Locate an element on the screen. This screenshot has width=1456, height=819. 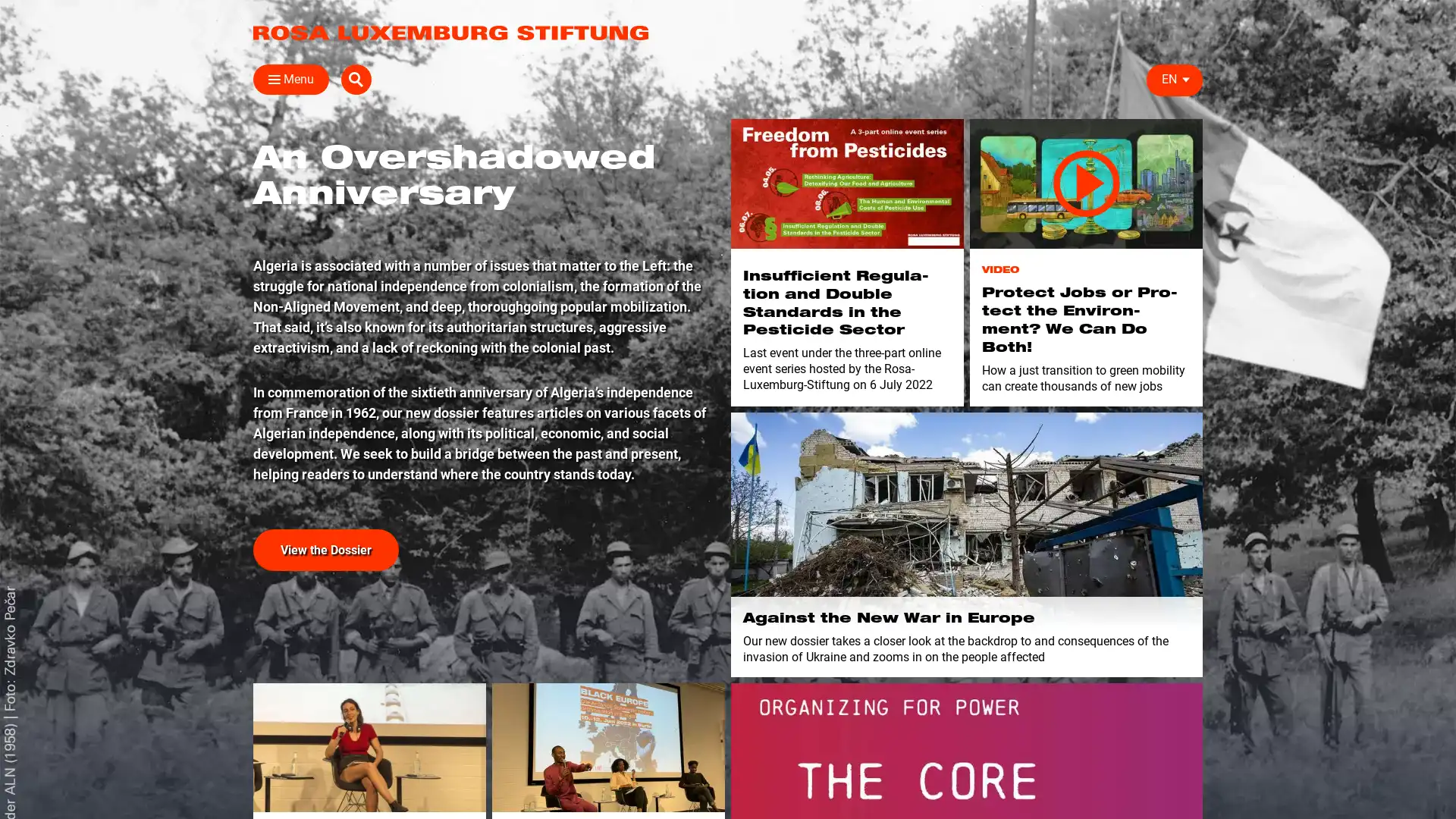
Search is located at coordinates (1186, 79).